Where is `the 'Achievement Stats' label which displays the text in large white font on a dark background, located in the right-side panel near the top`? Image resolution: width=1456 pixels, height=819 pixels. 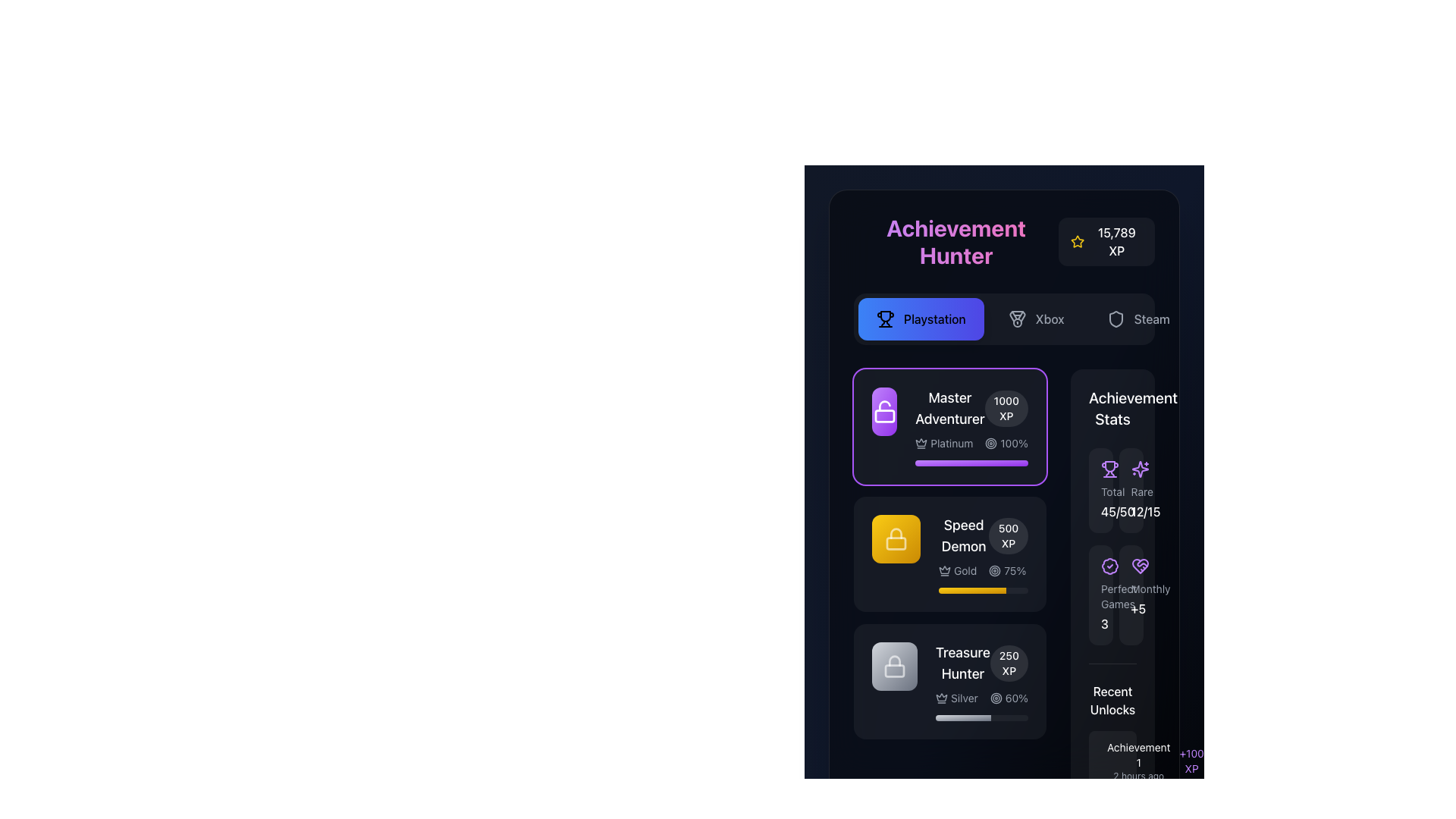
the 'Achievement Stats' label which displays the text in large white font on a dark background, located in the right-side panel near the top is located at coordinates (1112, 408).